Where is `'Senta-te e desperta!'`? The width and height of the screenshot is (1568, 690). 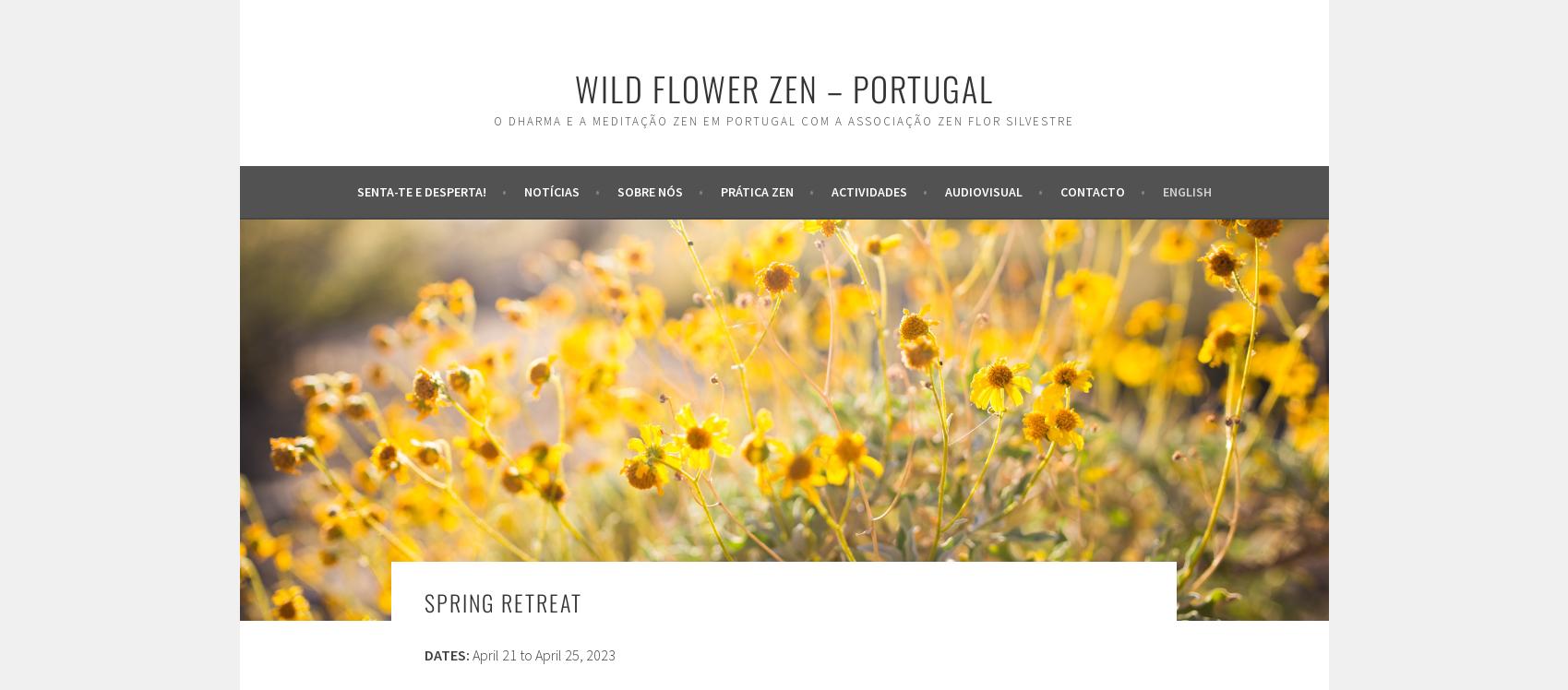 'Senta-te e desperta!' is located at coordinates (356, 190).